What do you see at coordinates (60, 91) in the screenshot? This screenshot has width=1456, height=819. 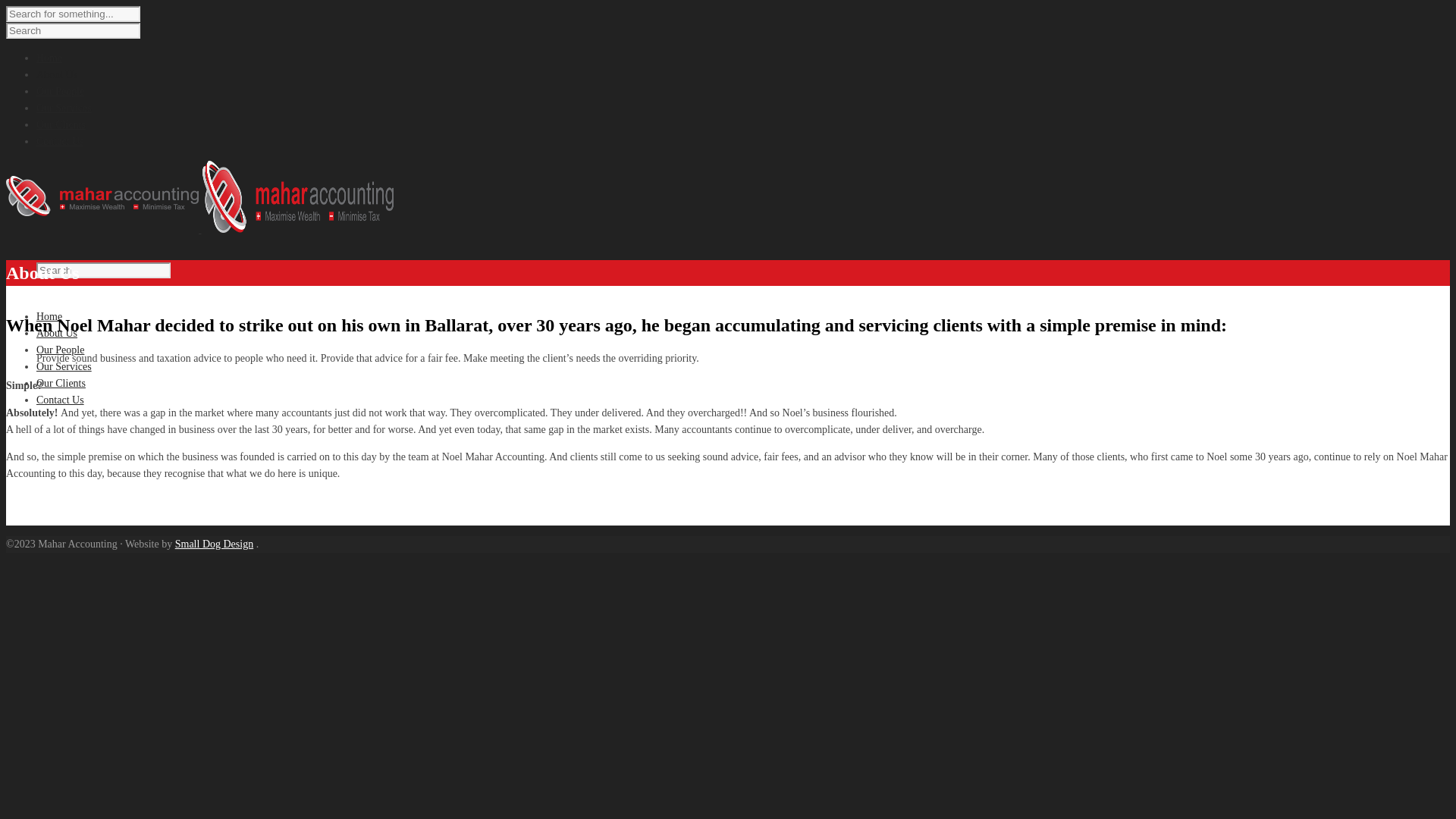 I see `'Our People'` at bounding box center [60, 91].